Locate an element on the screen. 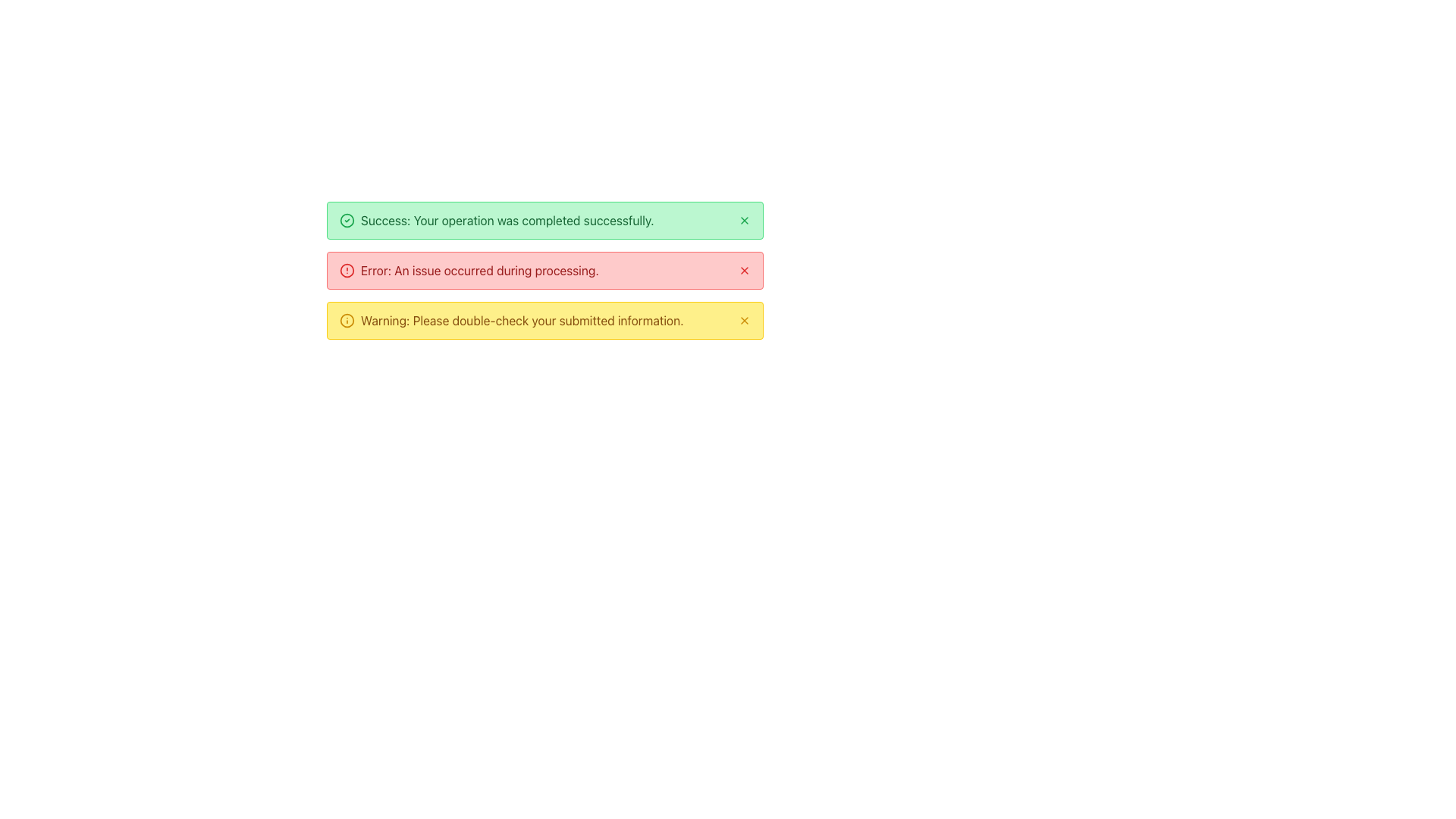  the success icon located inside the first light green notification box at the top of the view, which indicates confirmation and is positioned to the left of the accompanying text is located at coordinates (346, 220).